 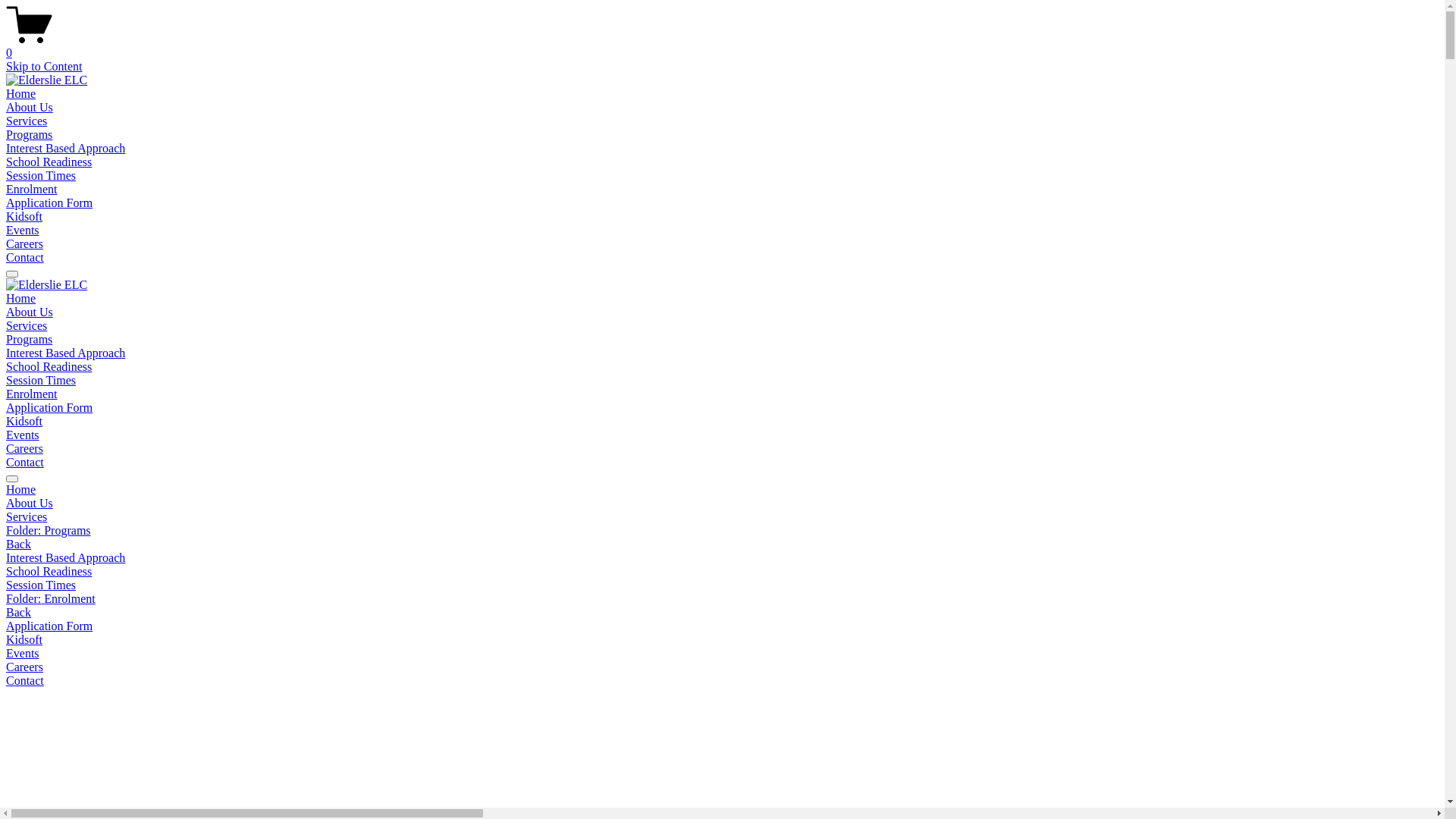 I want to click on 'Careers', so click(x=24, y=447).